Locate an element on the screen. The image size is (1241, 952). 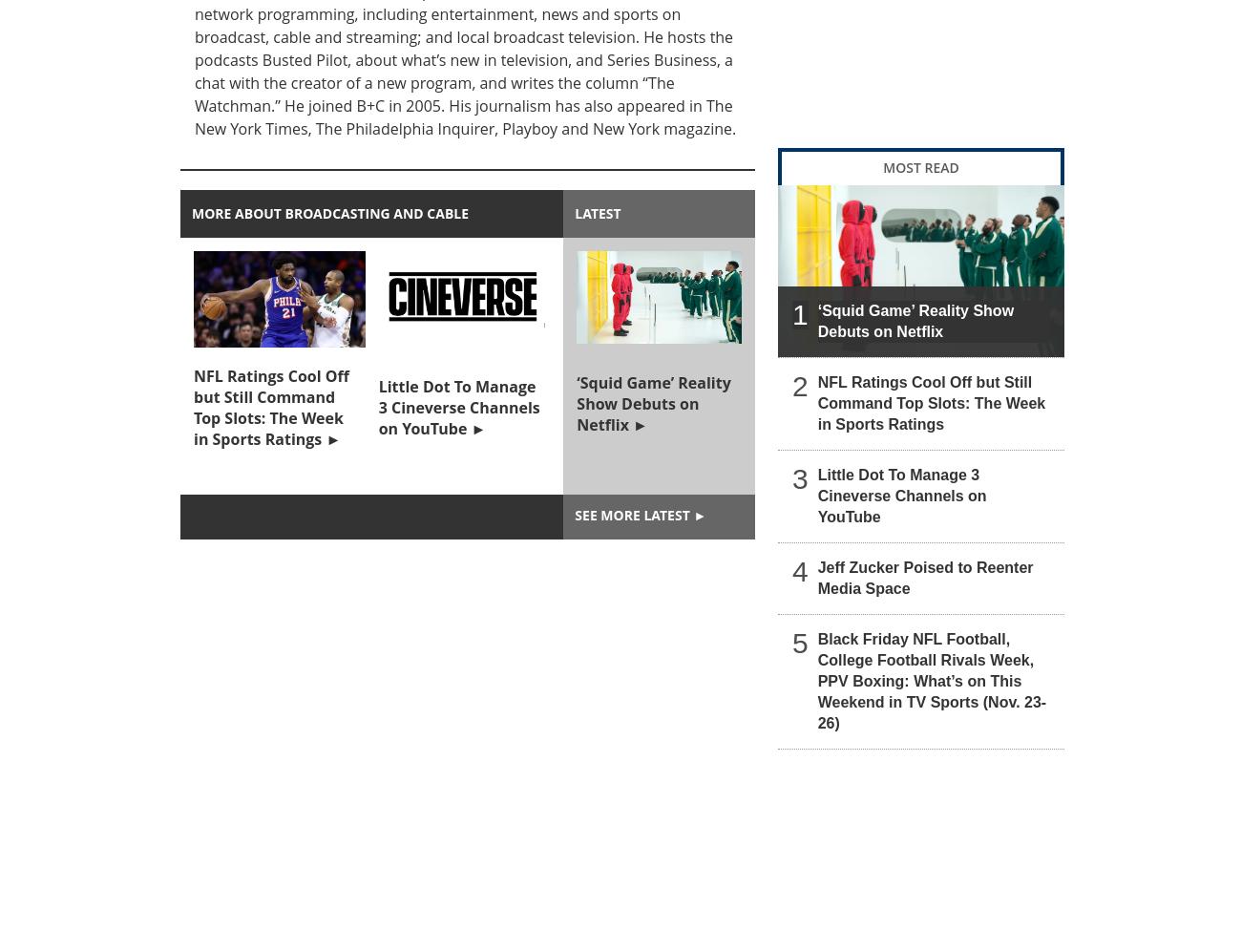
'2' is located at coordinates (799, 385).